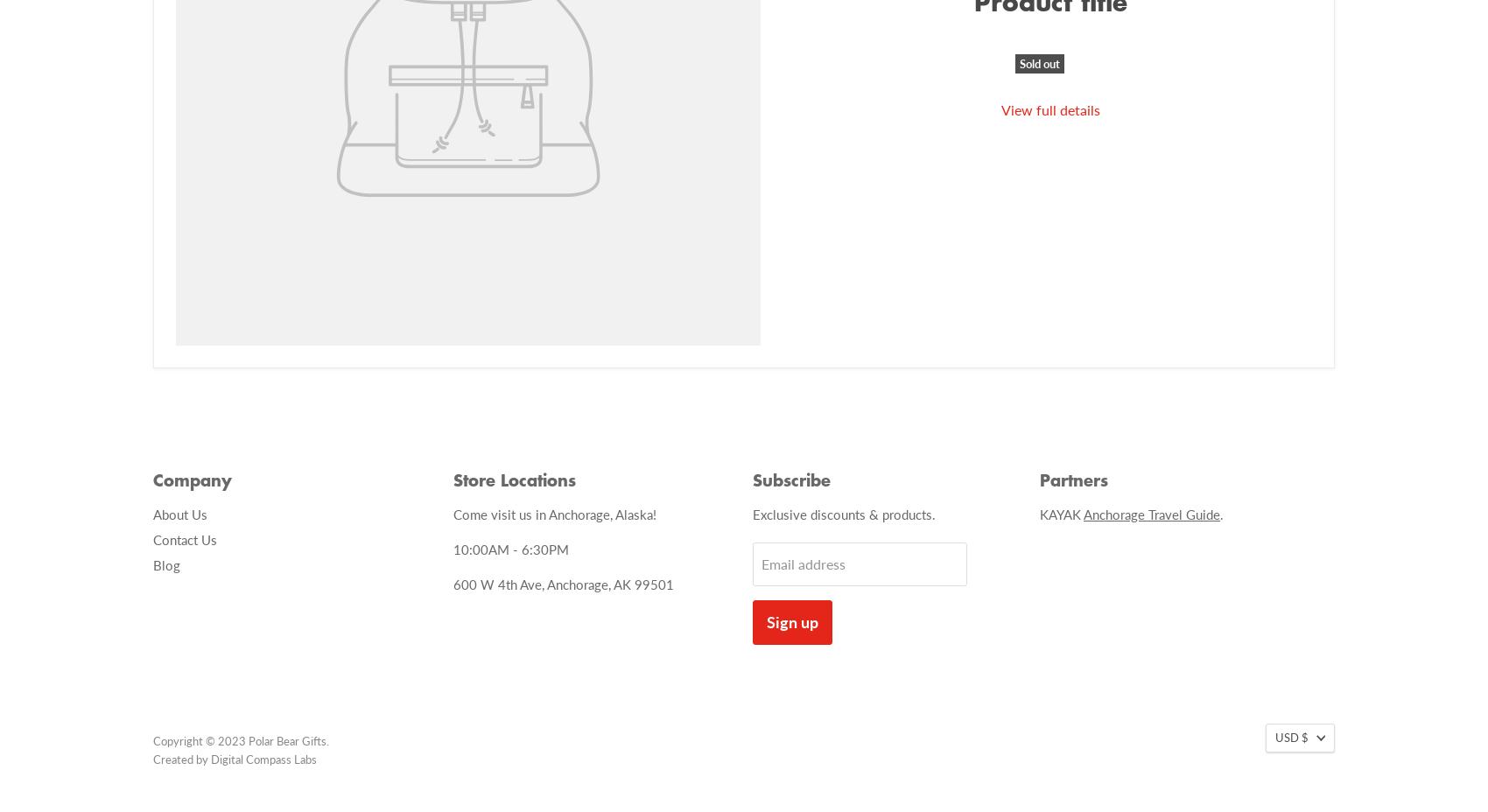  What do you see at coordinates (452, 513) in the screenshot?
I see `'Come visit us in Anchorage, Alaska!'` at bounding box center [452, 513].